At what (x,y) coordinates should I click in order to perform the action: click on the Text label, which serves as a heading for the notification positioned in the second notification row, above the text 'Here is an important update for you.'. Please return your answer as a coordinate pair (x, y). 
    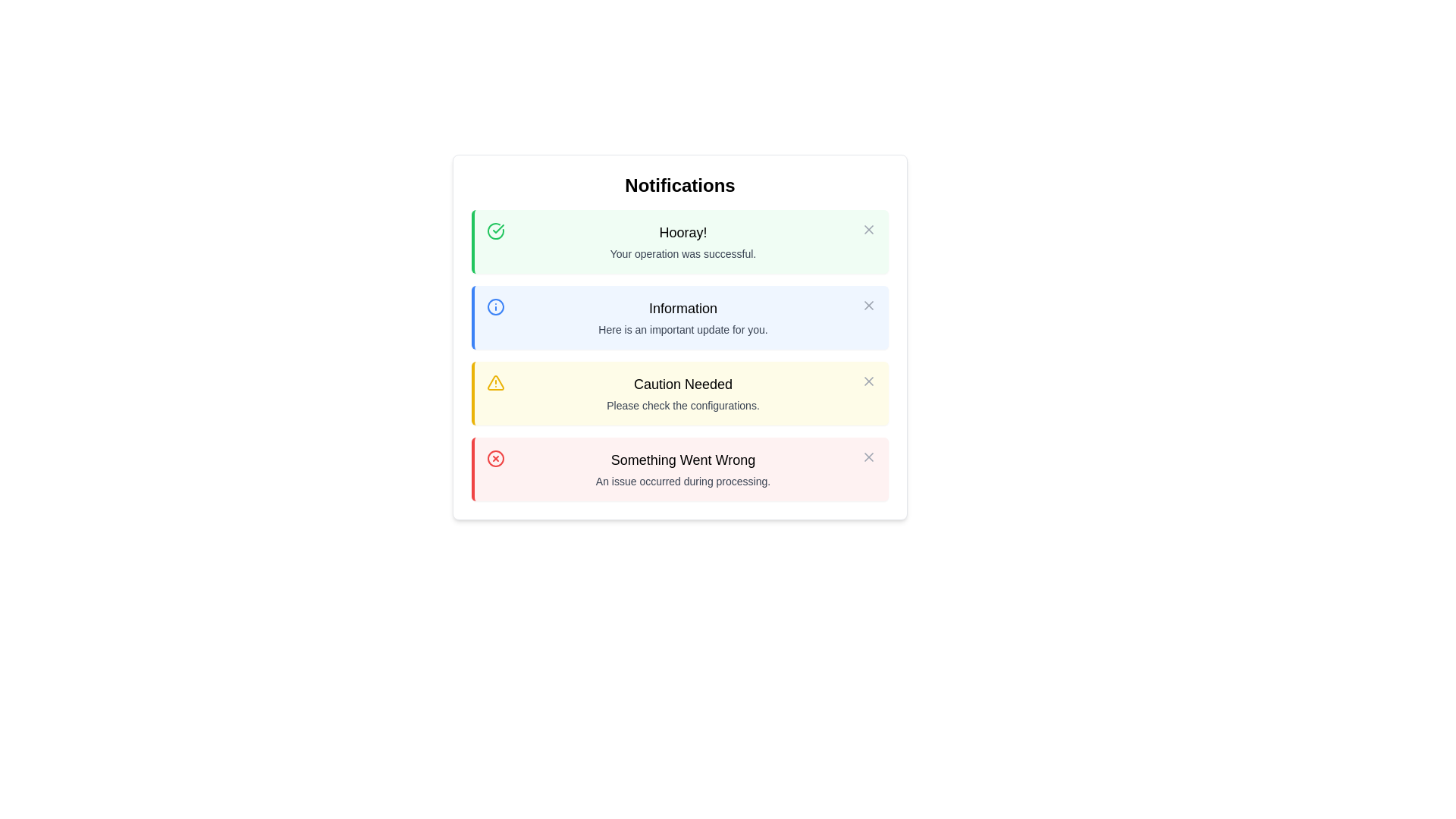
    Looking at the image, I should click on (682, 308).